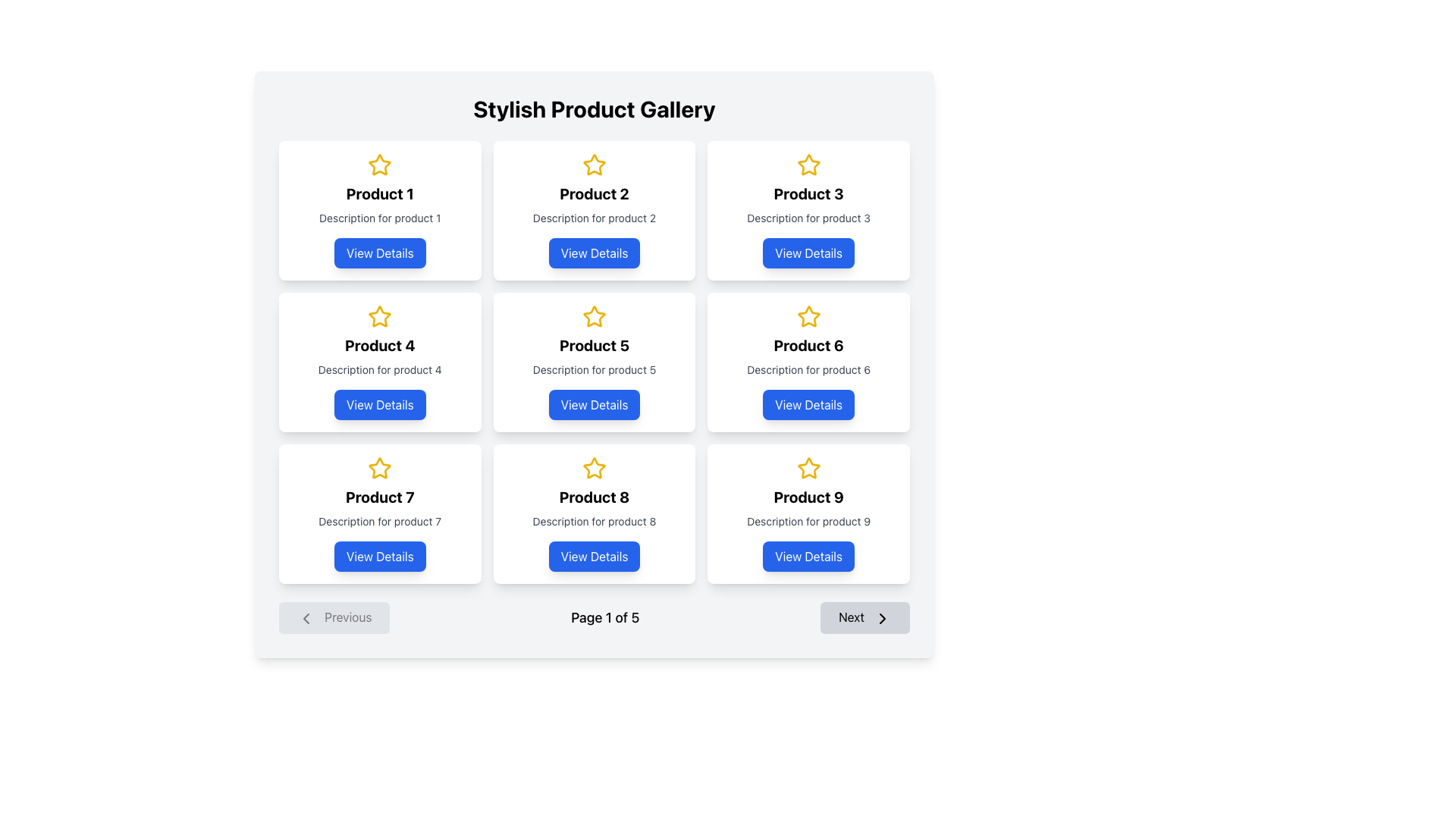 Image resolution: width=1456 pixels, height=819 pixels. Describe the element at coordinates (593, 165) in the screenshot. I see `the star icon representing ratings or favorites in card number 2, located above the text 'Product 2' in the grid layout` at that location.